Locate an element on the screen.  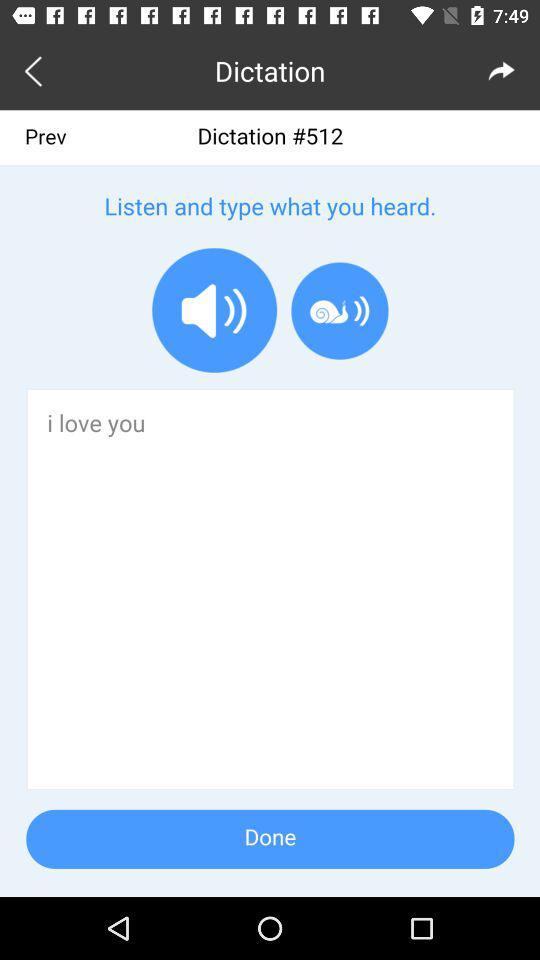
preview button is located at coordinates (37, 70).